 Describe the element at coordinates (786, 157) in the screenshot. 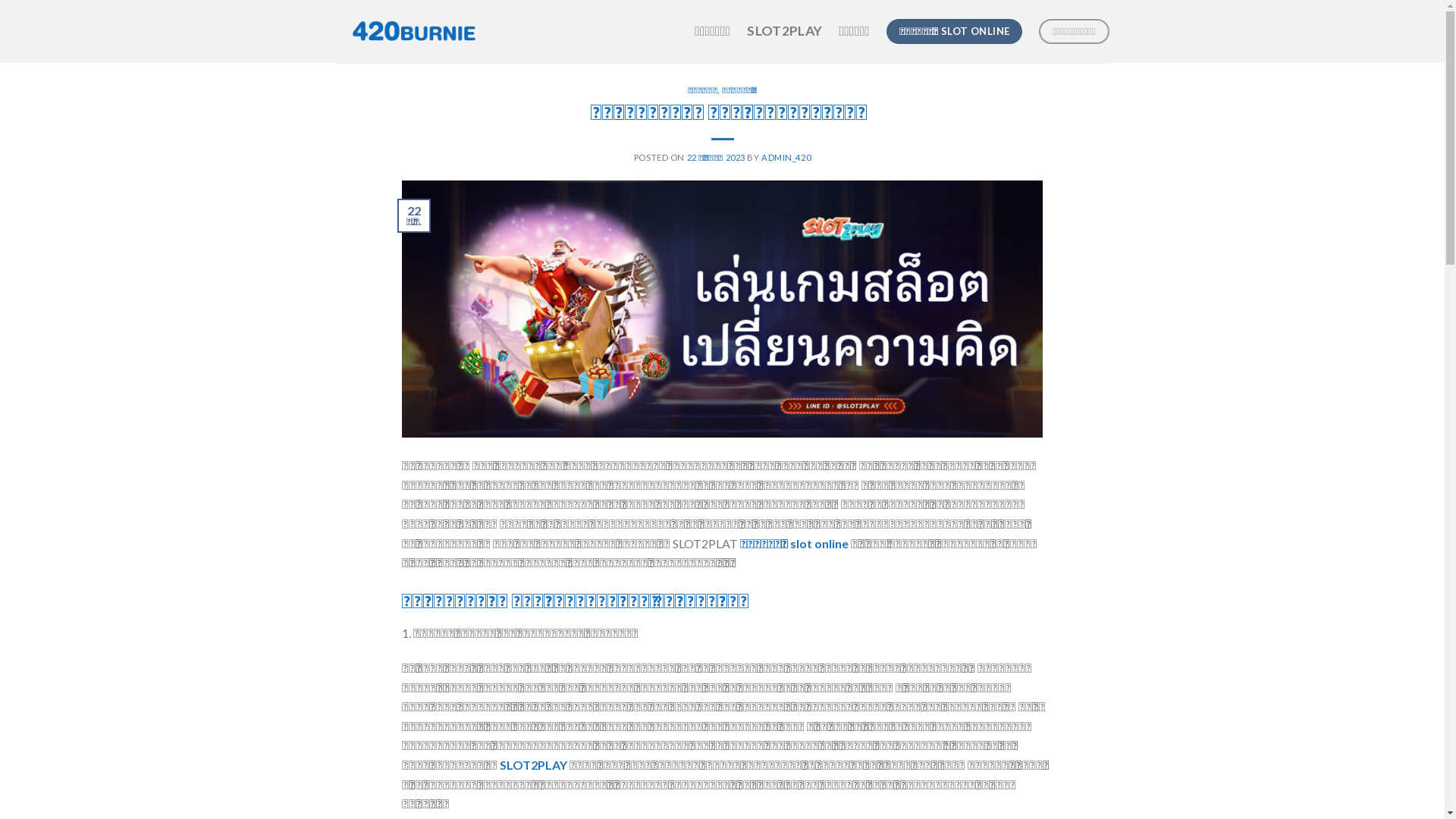

I see `'ADMIN_420'` at that location.